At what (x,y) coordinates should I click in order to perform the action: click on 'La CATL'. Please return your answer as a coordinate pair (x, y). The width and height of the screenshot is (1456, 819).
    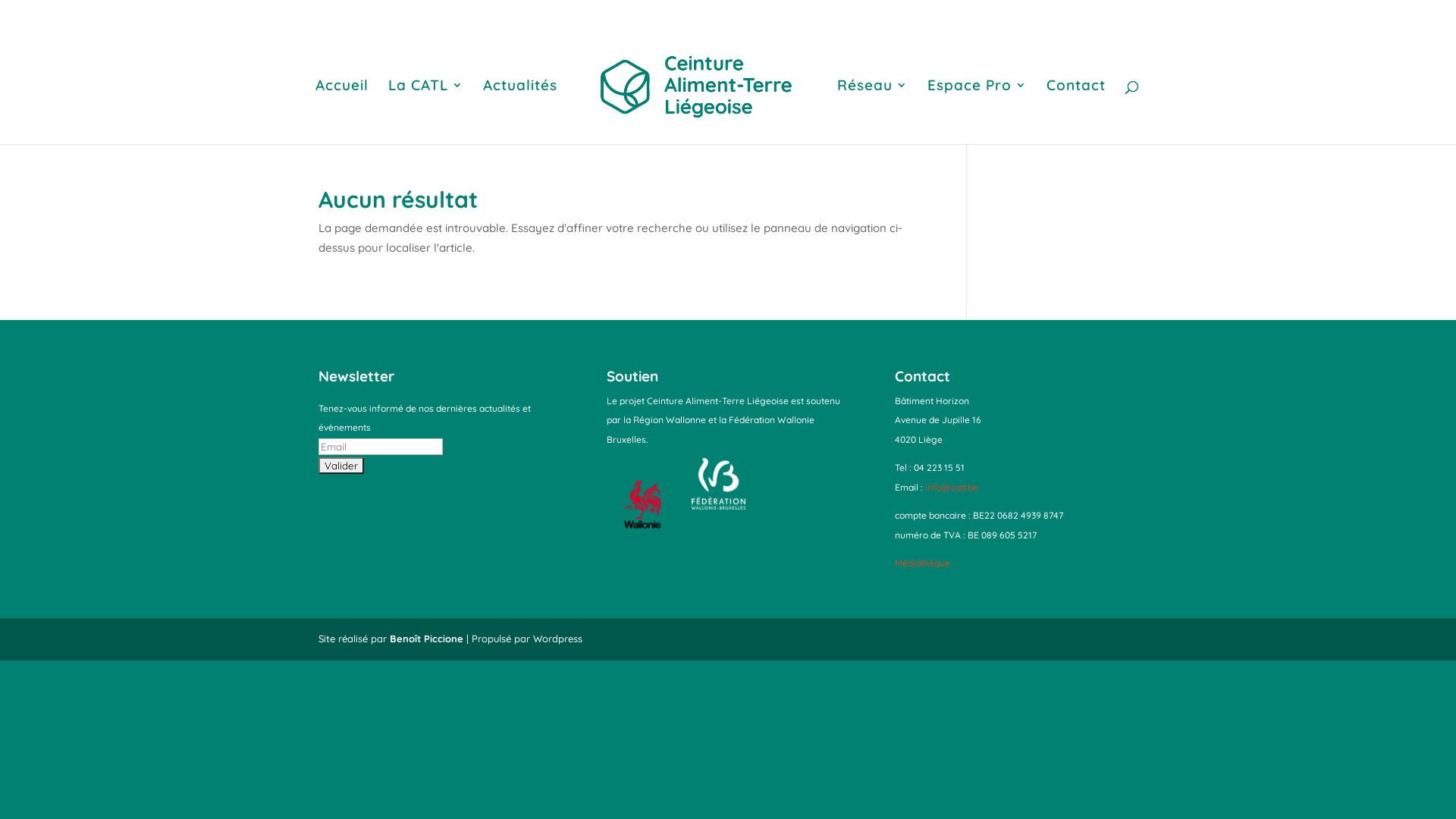
    Looking at the image, I should click on (388, 111).